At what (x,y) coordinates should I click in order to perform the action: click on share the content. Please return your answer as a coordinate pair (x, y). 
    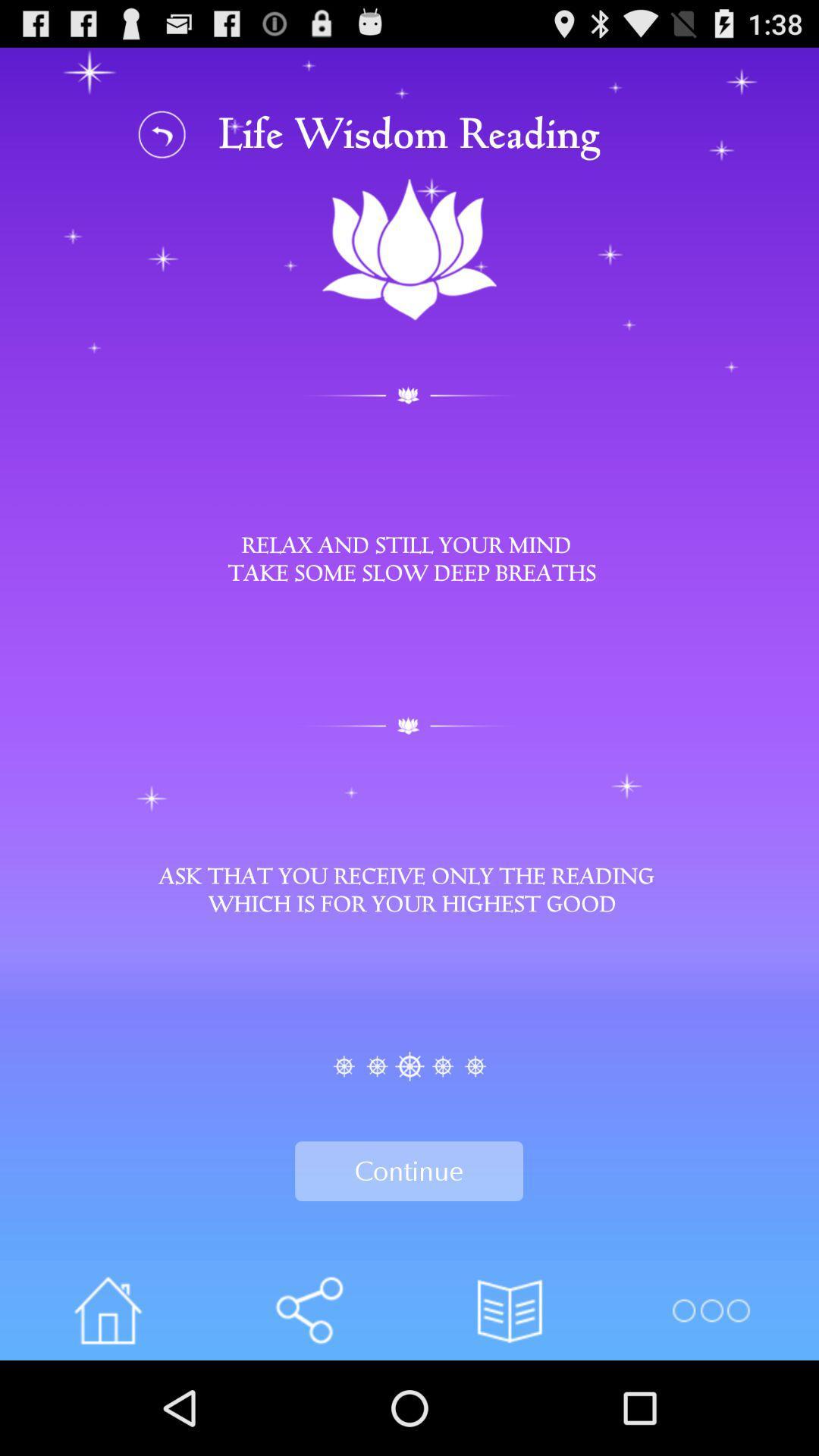
    Looking at the image, I should click on (308, 1310).